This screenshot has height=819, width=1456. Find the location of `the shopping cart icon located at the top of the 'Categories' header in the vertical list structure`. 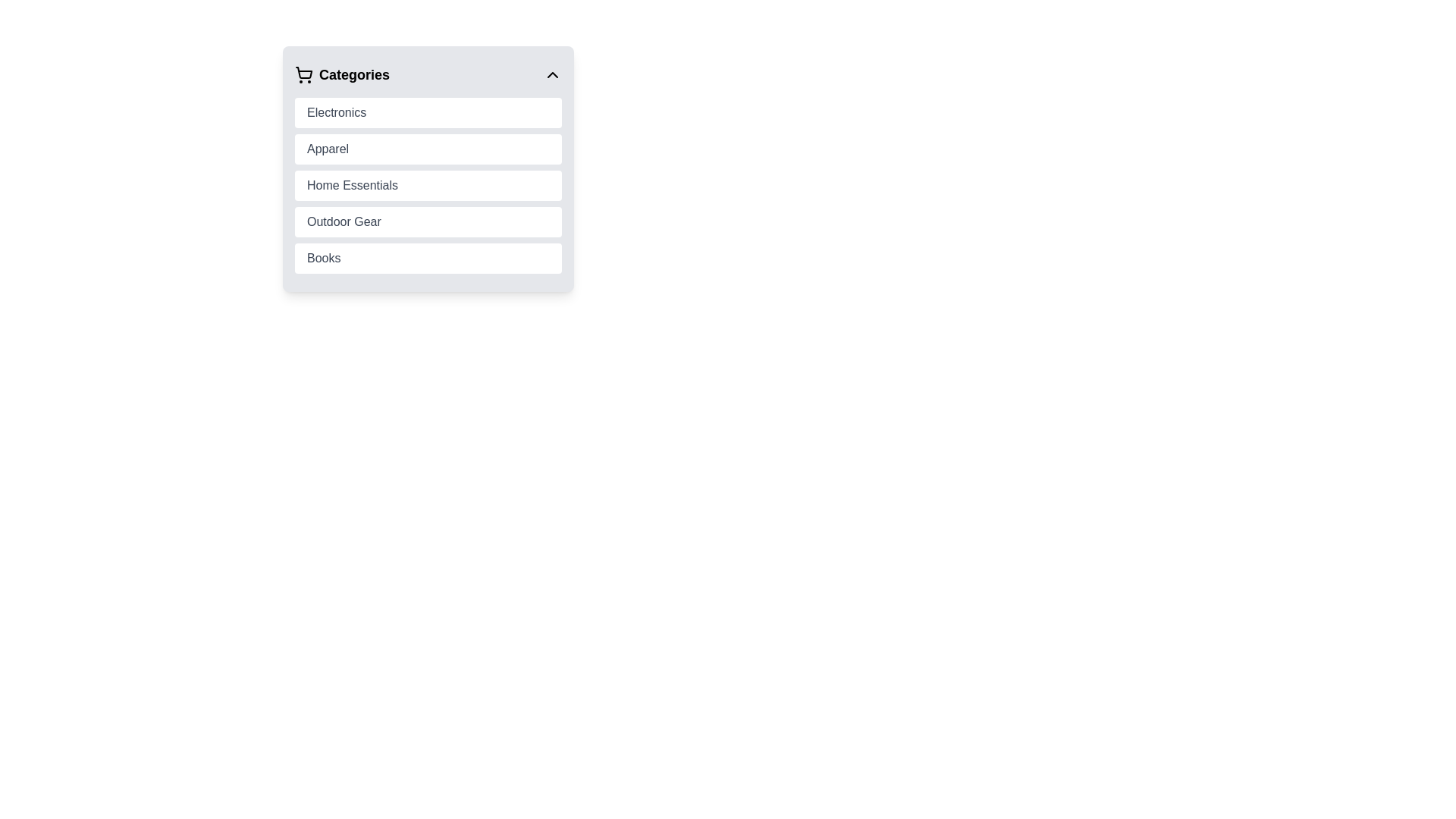

the shopping cart icon located at the top of the 'Categories' header in the vertical list structure is located at coordinates (303, 75).